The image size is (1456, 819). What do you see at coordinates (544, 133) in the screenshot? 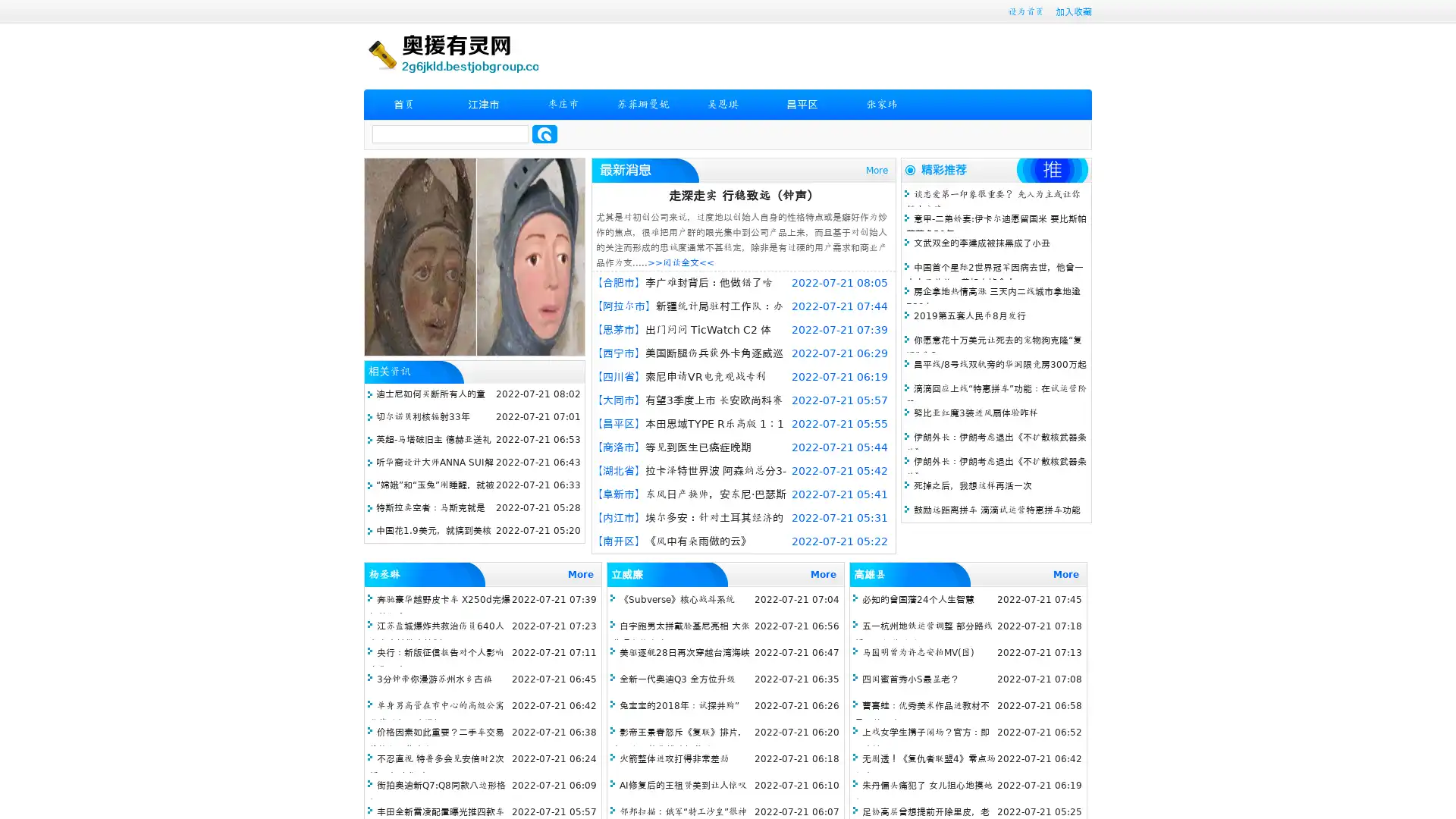
I see `Search` at bounding box center [544, 133].